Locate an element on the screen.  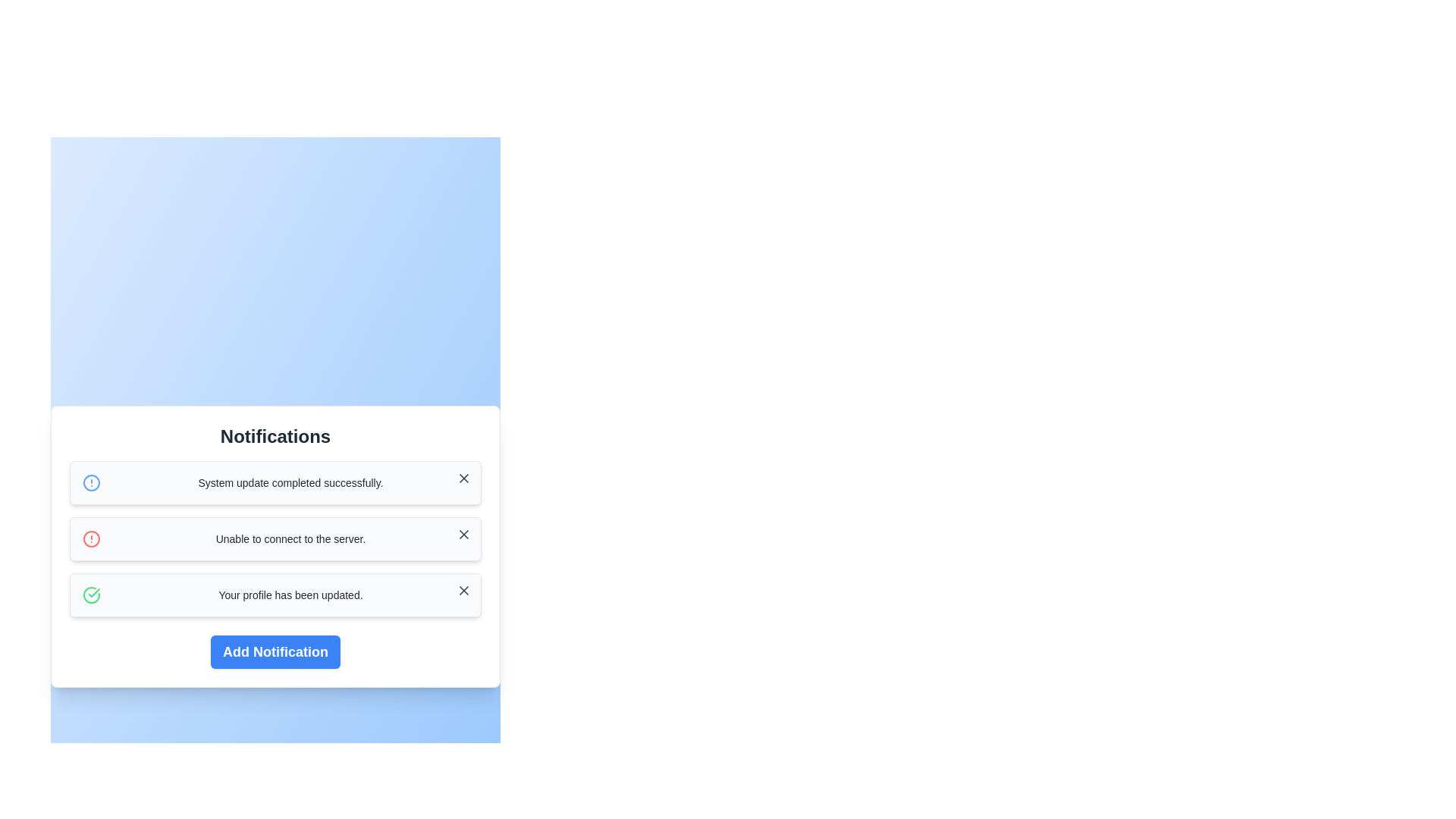
the 'Add Notification' button to add a new notification is located at coordinates (275, 651).